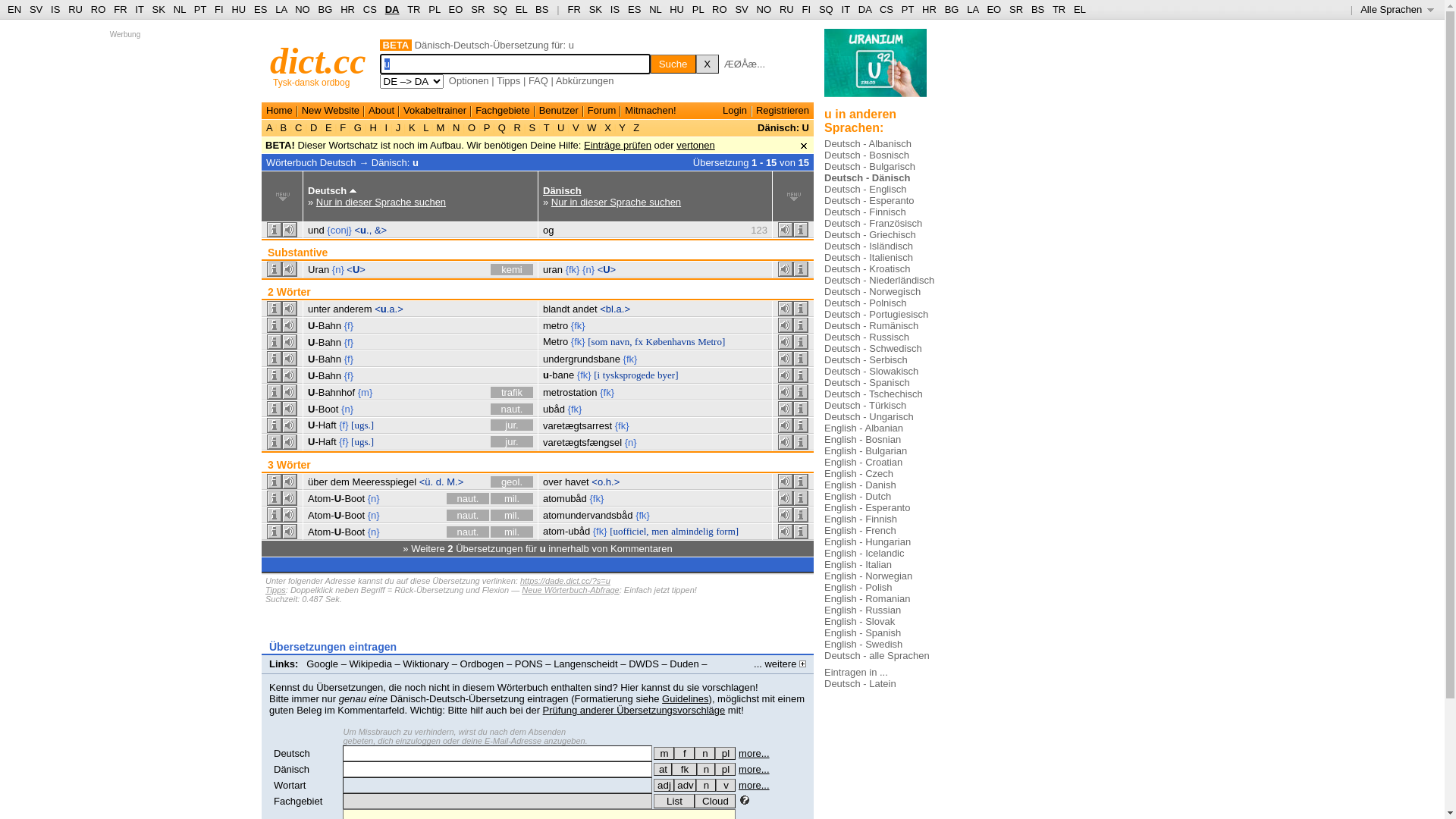 This screenshot has width=1456, height=819. Describe the element at coordinates (757, 9) in the screenshot. I see `'NO'` at that location.